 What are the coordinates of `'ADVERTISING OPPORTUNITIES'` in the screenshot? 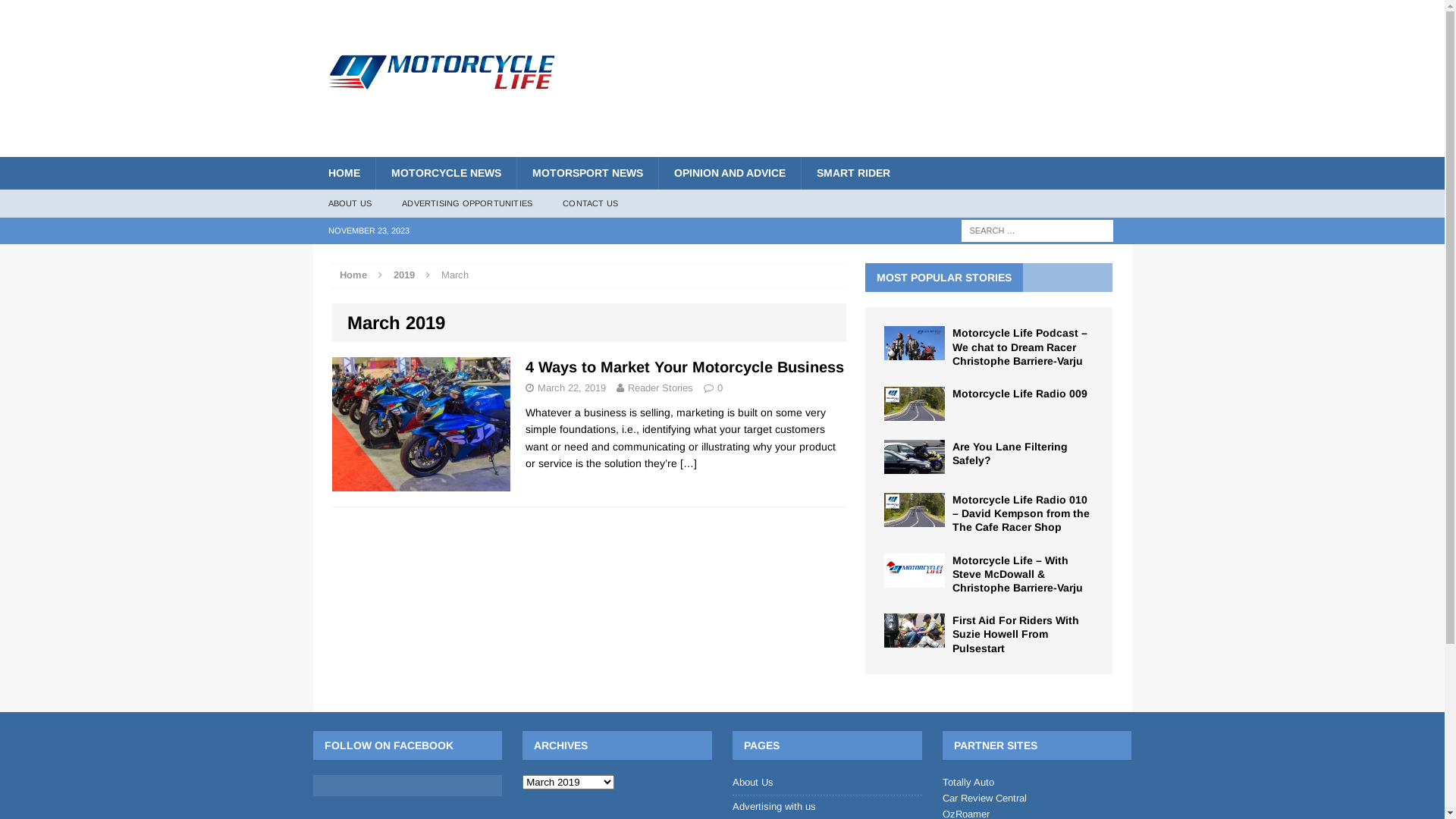 It's located at (466, 203).